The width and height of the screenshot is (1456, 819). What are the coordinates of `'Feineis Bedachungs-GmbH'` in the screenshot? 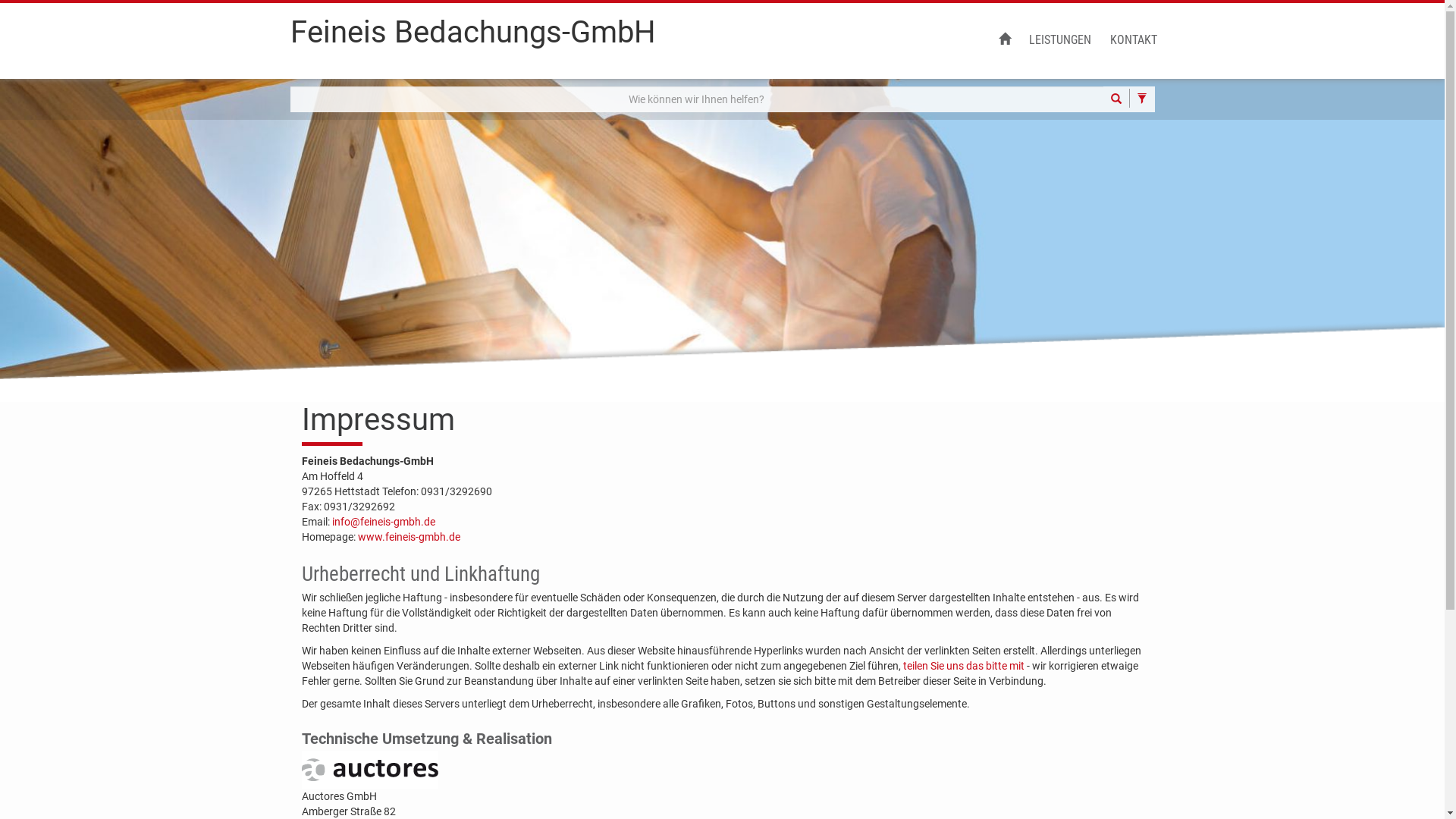 It's located at (472, 37).